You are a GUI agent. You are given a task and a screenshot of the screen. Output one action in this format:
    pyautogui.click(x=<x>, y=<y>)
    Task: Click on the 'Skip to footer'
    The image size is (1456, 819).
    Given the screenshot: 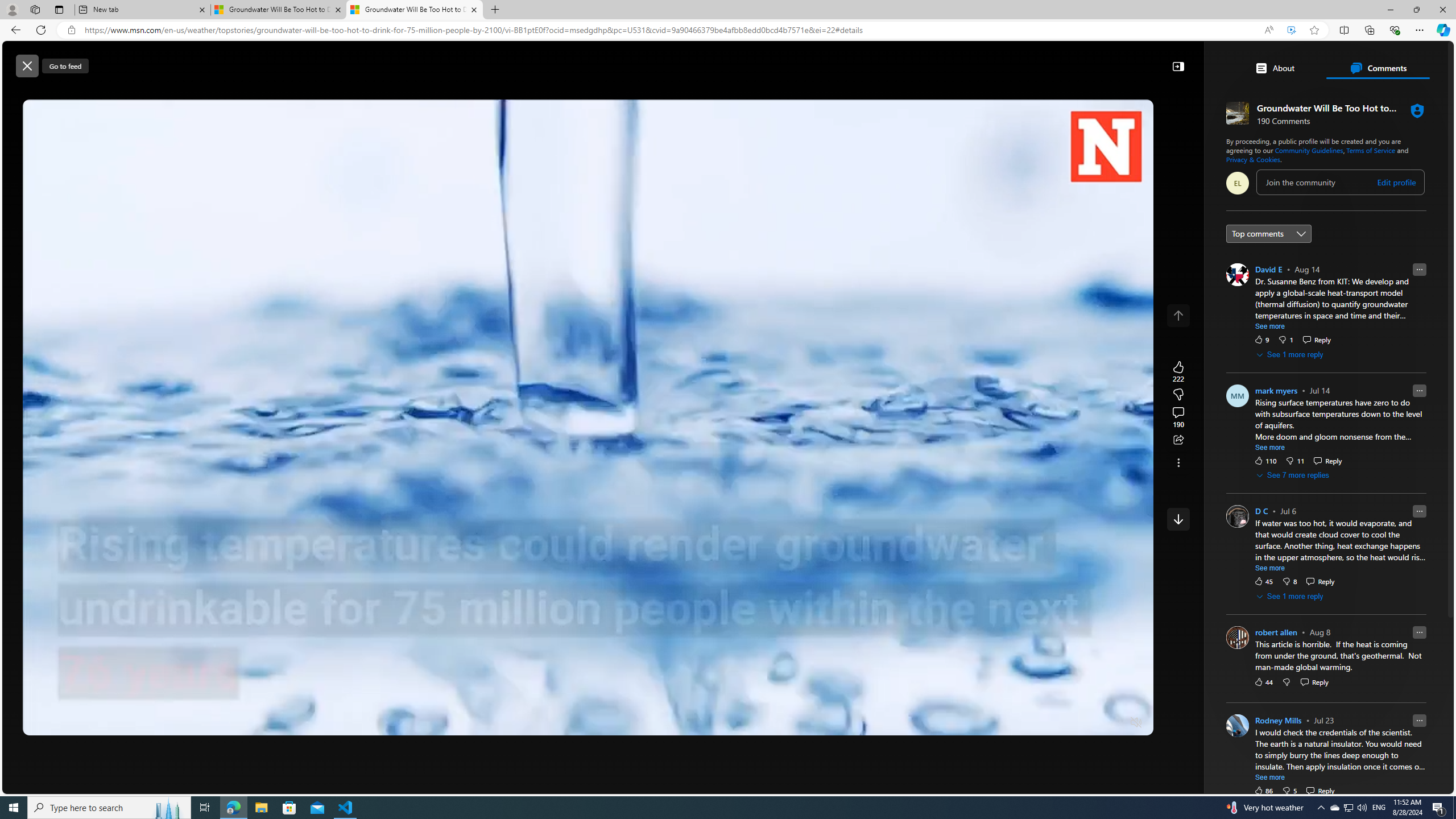 What is the action you would take?
    pyautogui.click(x=46, y=59)
    